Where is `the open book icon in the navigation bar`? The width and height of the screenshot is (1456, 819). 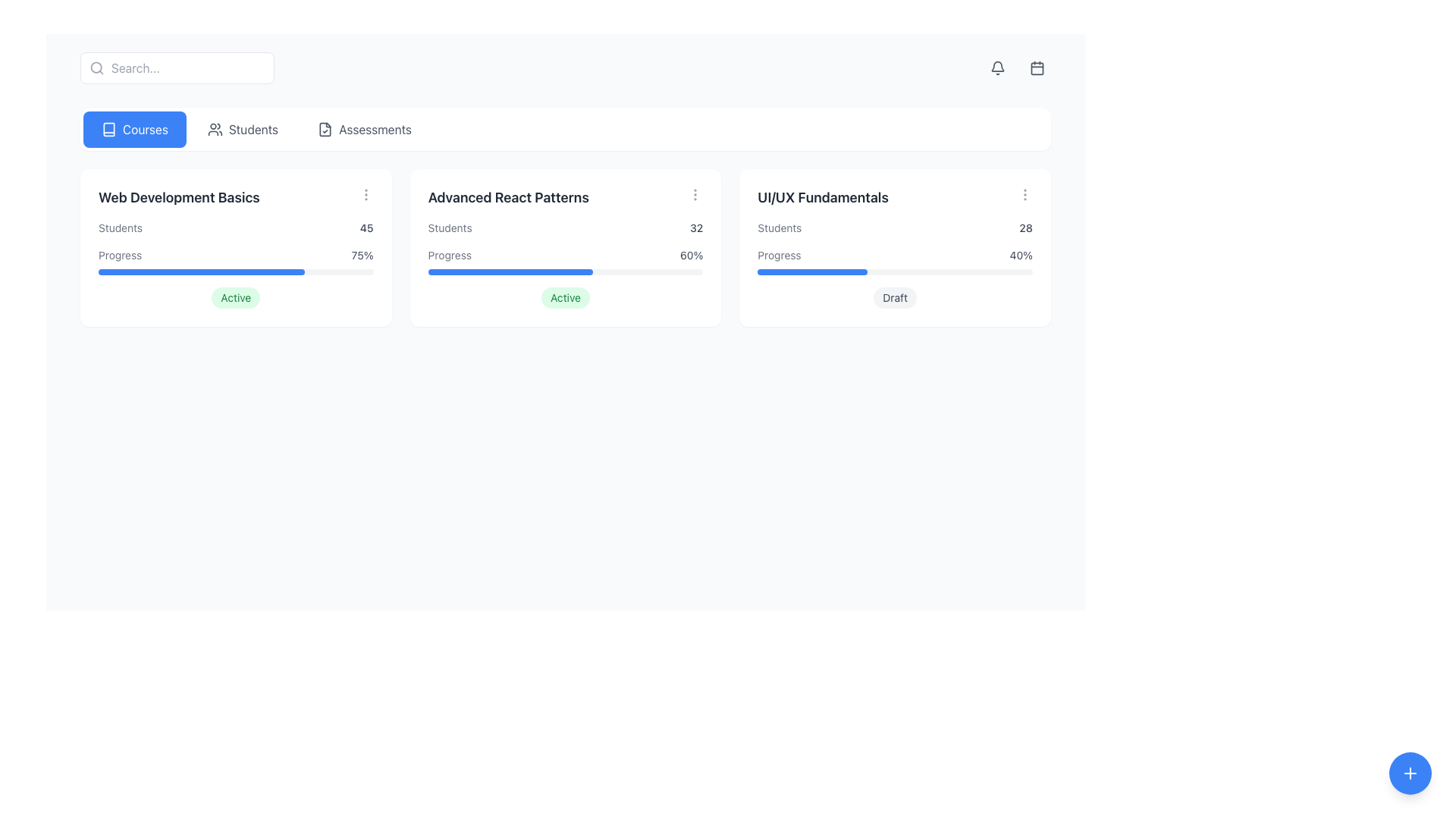
the open book icon in the navigation bar is located at coordinates (108, 128).